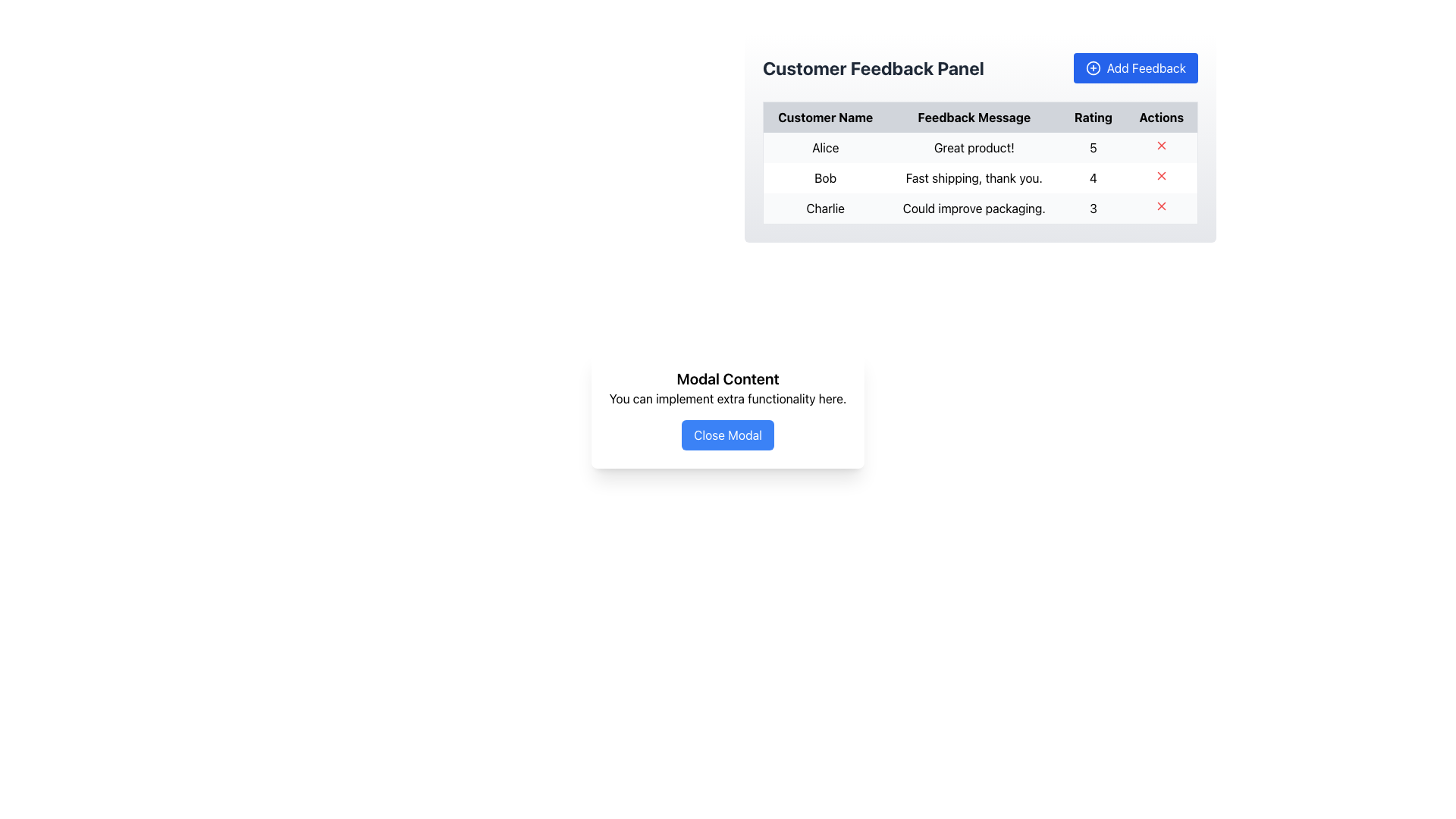  What do you see at coordinates (974, 209) in the screenshot?
I see `the static text field that conveys feedback from user 'Charlie' about improving packaging, located in the third row of the feedback table under the 'Feedback Message' column` at bounding box center [974, 209].